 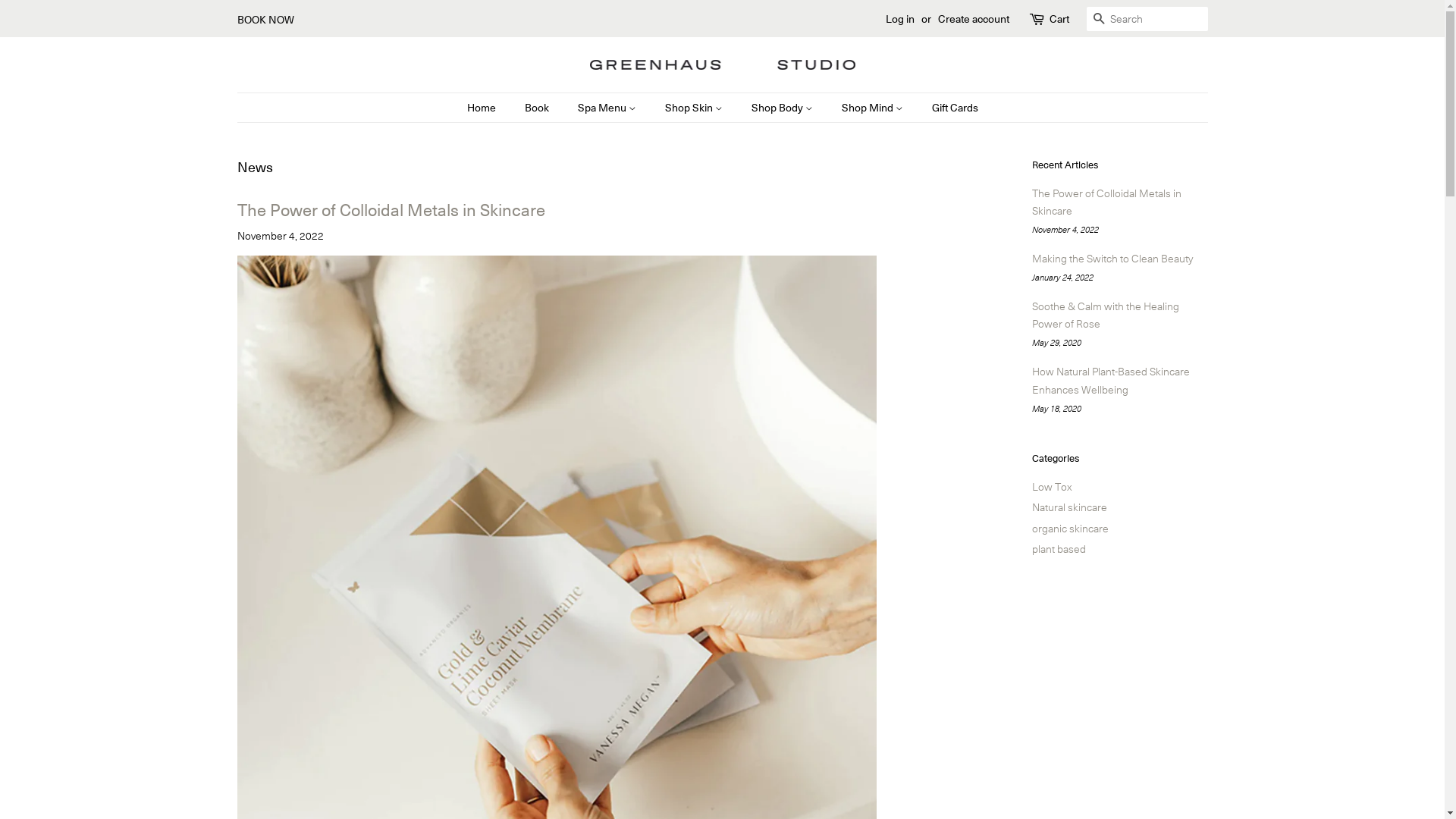 What do you see at coordinates (1031, 485) in the screenshot?
I see `'Low Tox'` at bounding box center [1031, 485].